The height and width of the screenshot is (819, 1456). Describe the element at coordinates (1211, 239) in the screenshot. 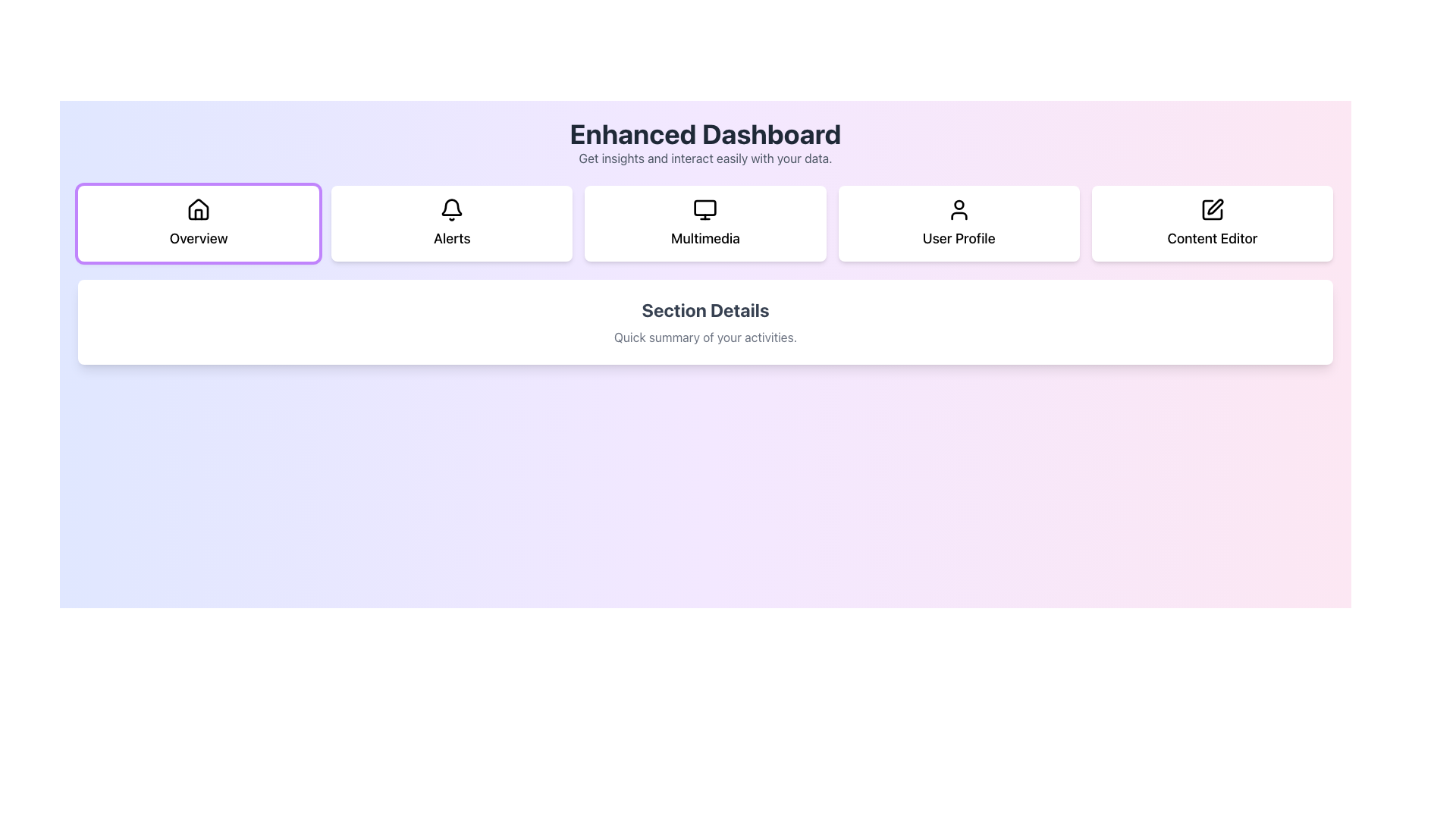

I see `the text label reading 'Content Editor'` at that location.